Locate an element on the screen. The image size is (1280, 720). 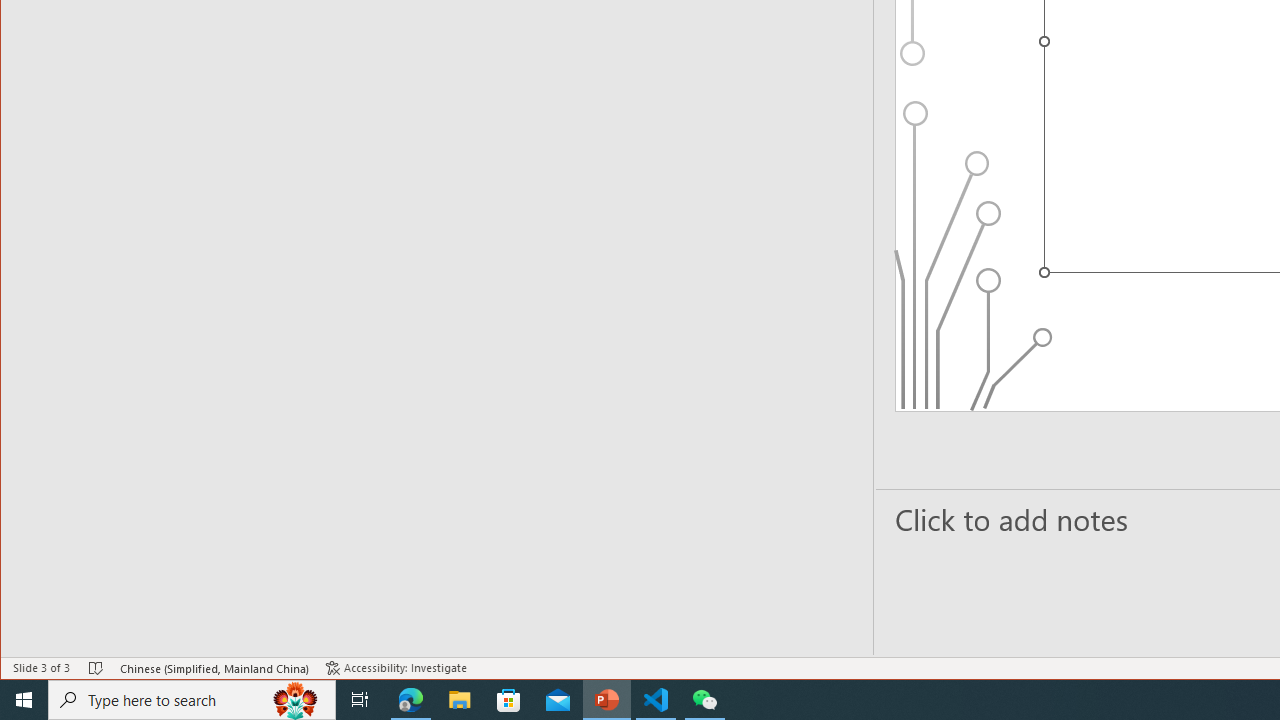
'PowerPoint - 1 running window' is located at coordinates (606, 698).